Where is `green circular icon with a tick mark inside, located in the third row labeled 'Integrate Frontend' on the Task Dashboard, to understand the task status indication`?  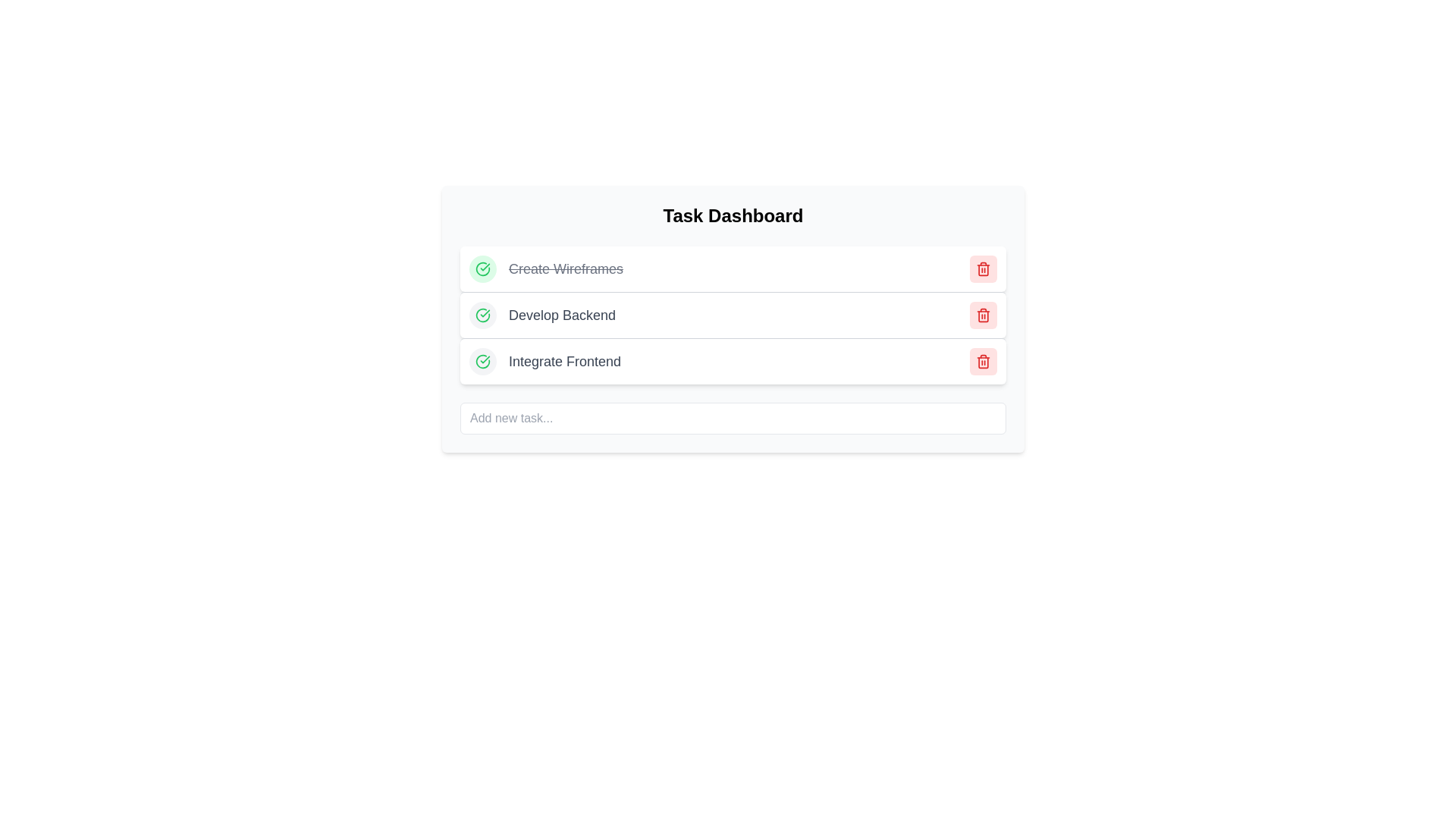
green circular icon with a tick mark inside, located in the third row labeled 'Integrate Frontend' on the Task Dashboard, to understand the task status indication is located at coordinates (482, 362).